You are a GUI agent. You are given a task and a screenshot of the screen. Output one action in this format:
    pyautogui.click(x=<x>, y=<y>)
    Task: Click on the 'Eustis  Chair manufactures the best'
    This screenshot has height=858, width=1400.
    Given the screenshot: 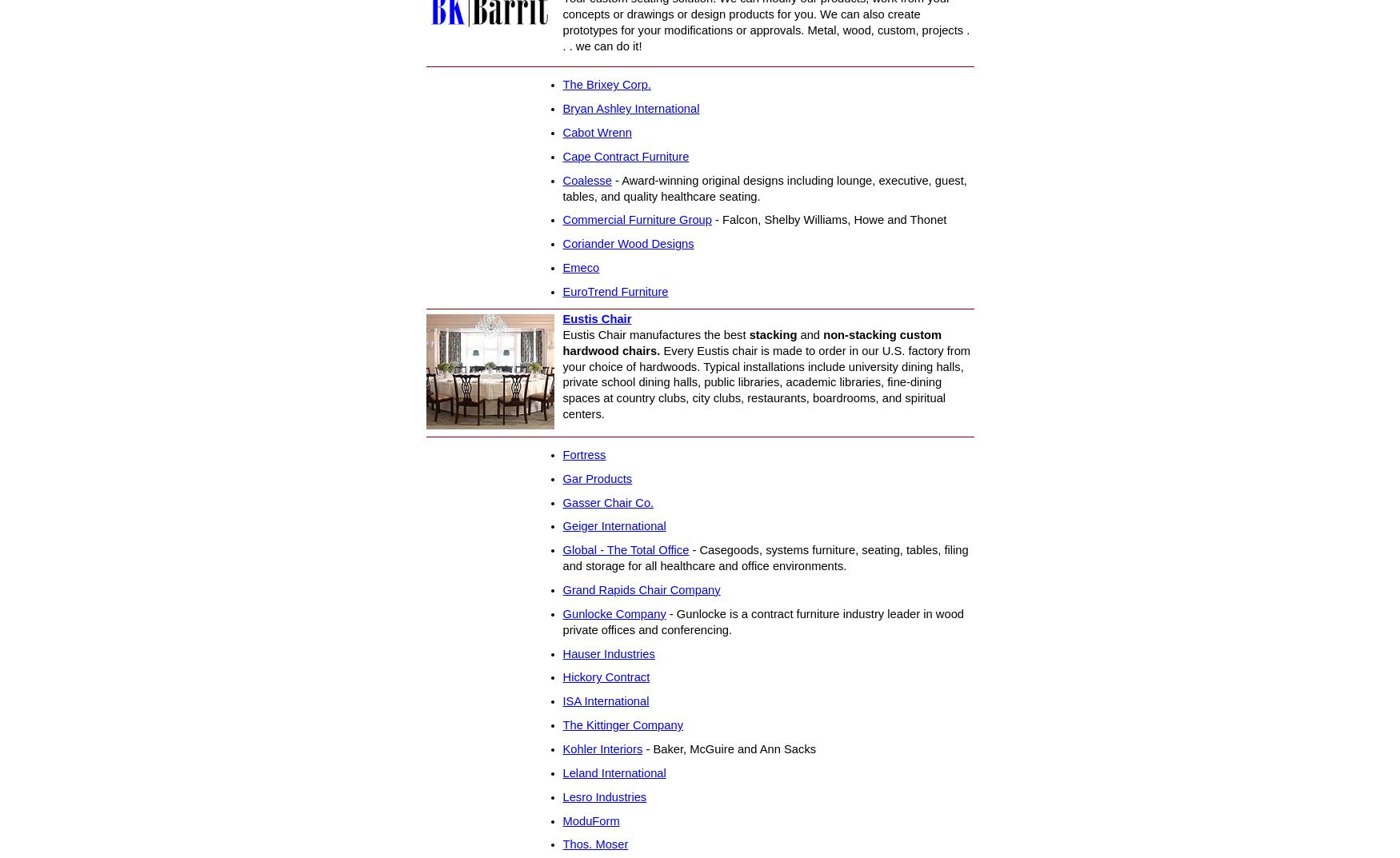 What is the action you would take?
    pyautogui.click(x=655, y=334)
    